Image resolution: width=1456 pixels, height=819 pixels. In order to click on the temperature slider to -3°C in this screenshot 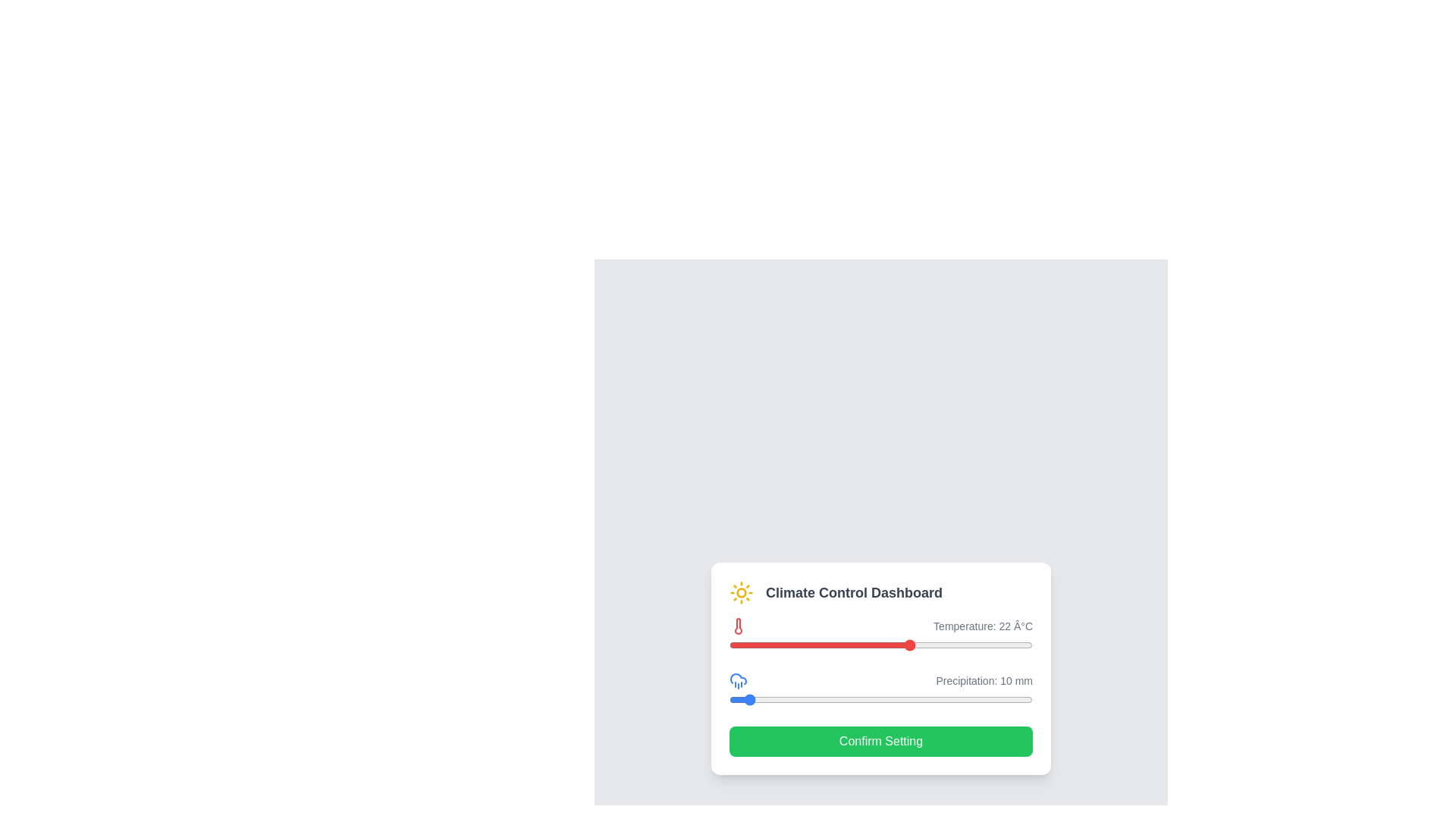, I will do `click(802, 645)`.